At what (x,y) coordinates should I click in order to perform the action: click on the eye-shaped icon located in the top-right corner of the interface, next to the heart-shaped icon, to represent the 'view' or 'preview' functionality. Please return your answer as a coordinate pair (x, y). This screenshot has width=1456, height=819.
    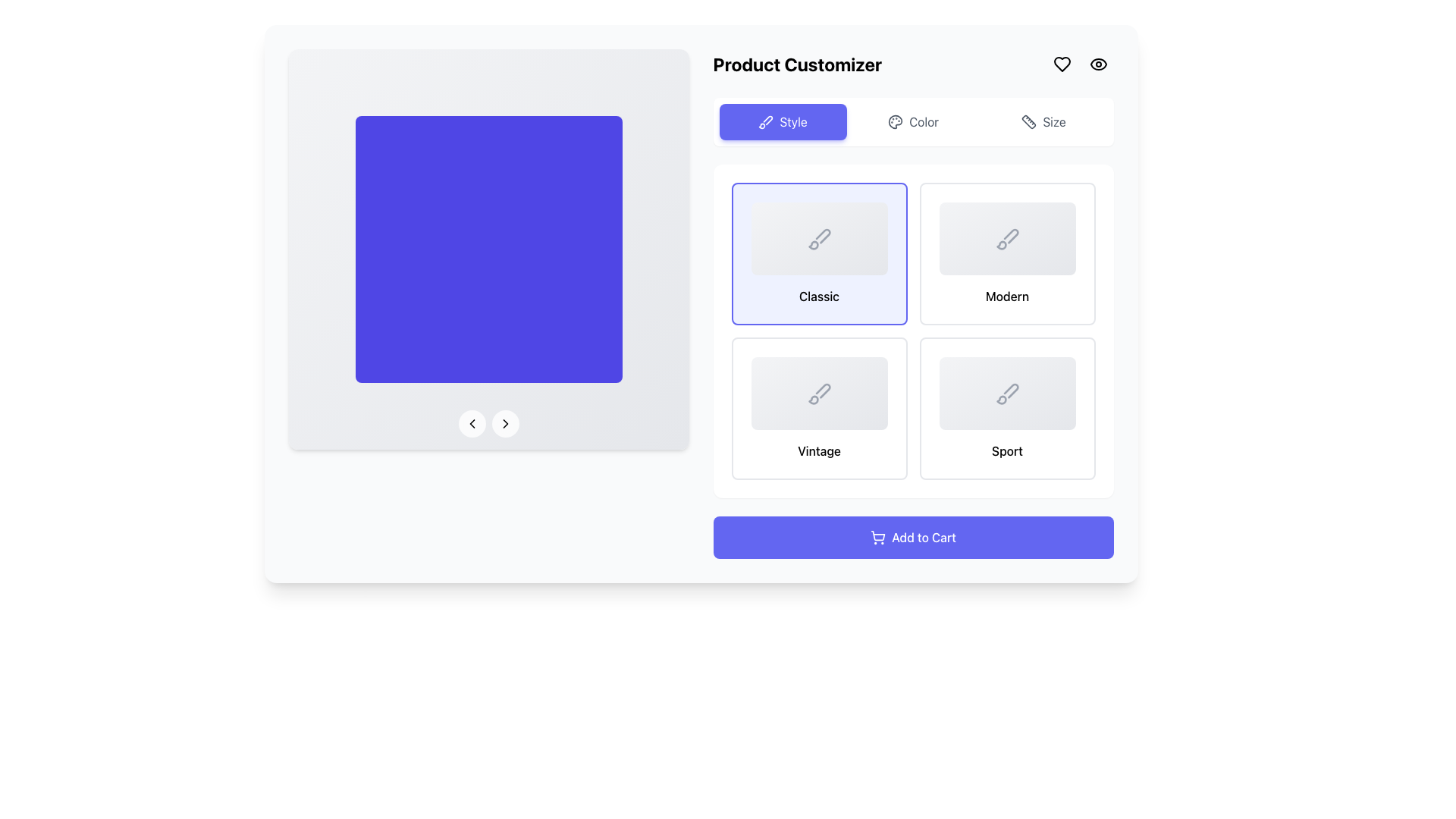
    Looking at the image, I should click on (1098, 63).